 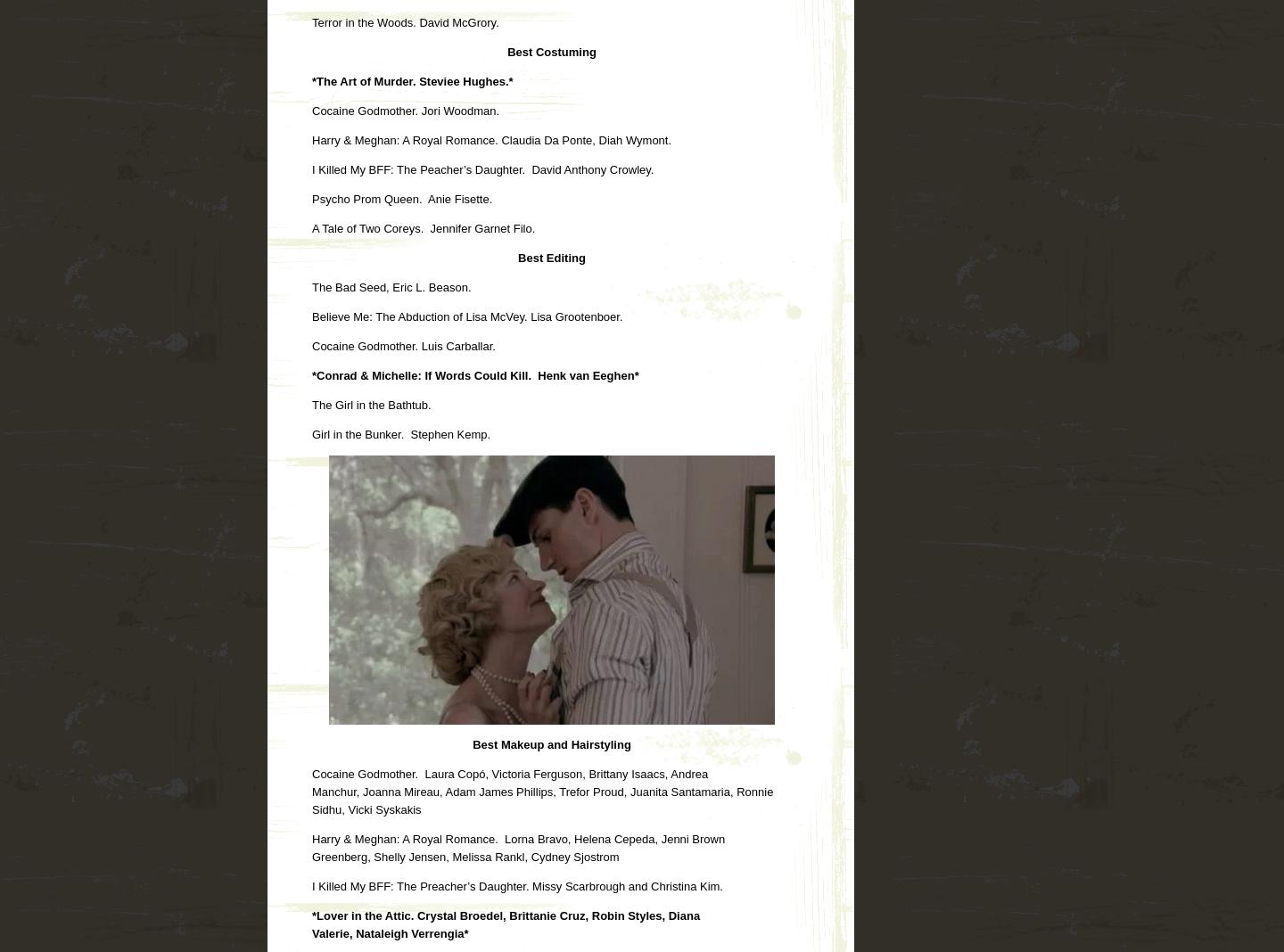 What do you see at coordinates (402, 198) in the screenshot?
I see `'Psycho Prom Queen.  Anie Fisette.'` at bounding box center [402, 198].